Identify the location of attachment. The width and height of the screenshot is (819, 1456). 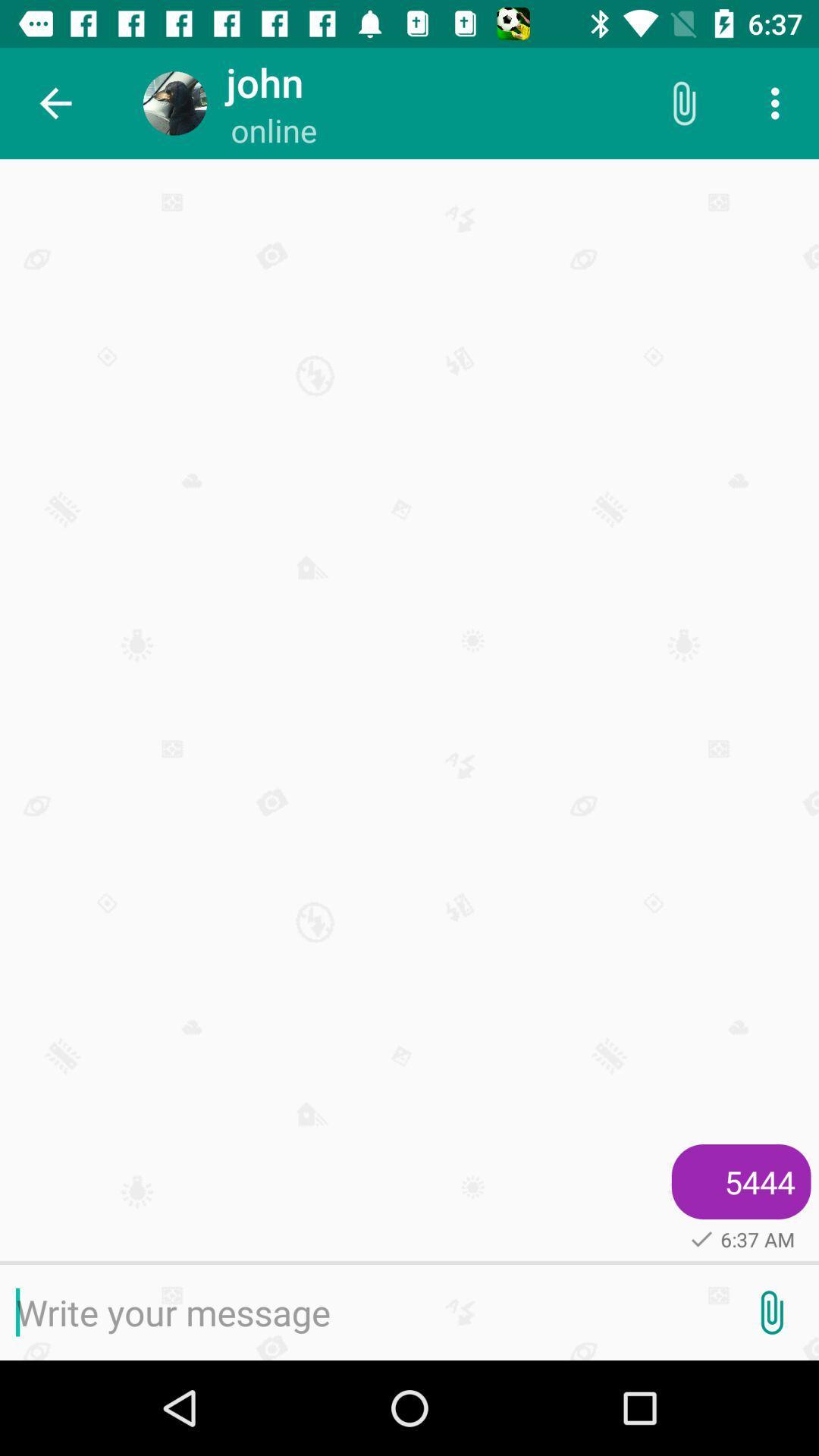
(771, 1312).